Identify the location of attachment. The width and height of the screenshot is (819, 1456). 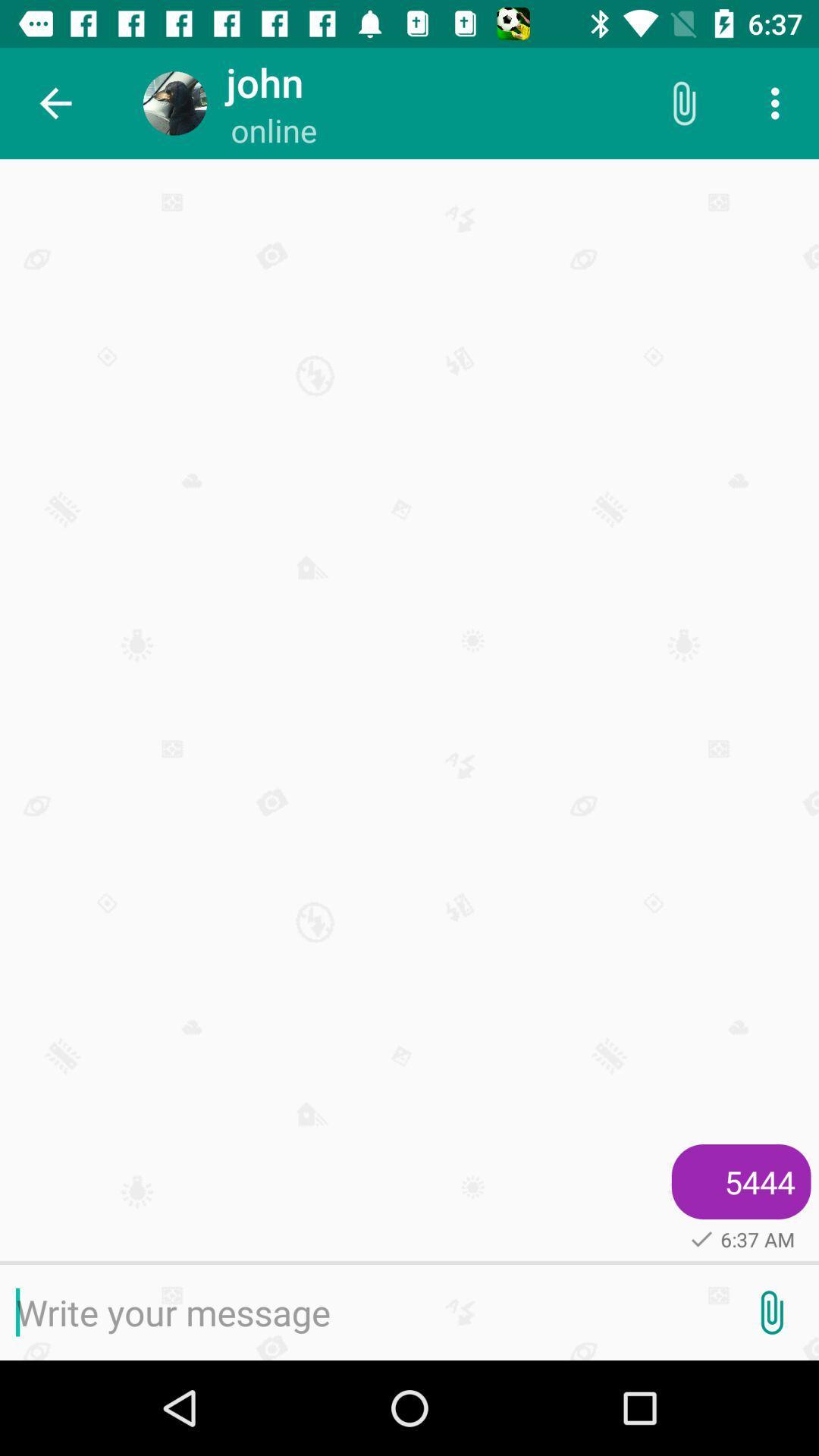
(771, 1312).